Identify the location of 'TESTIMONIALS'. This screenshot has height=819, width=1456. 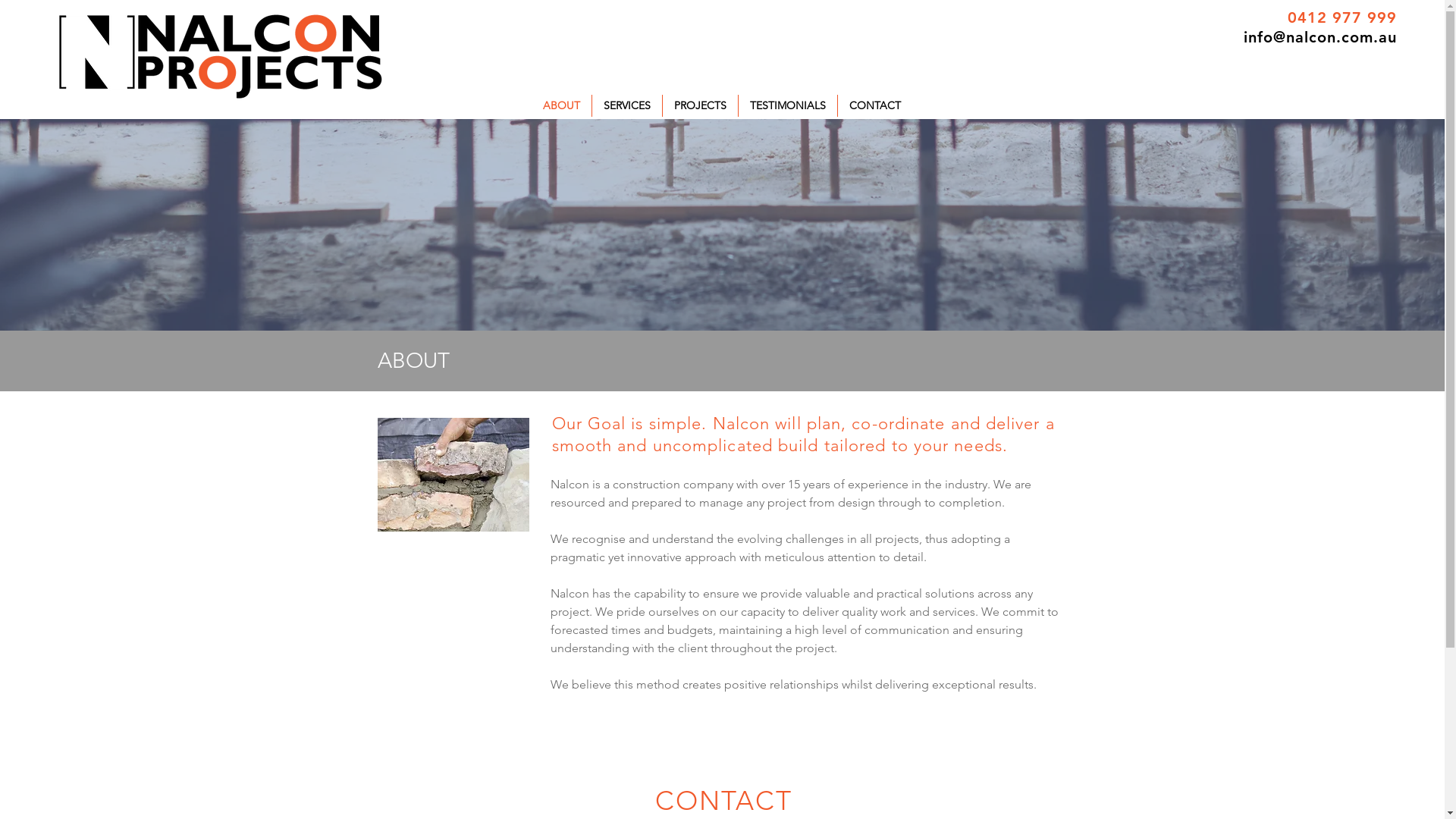
(787, 105).